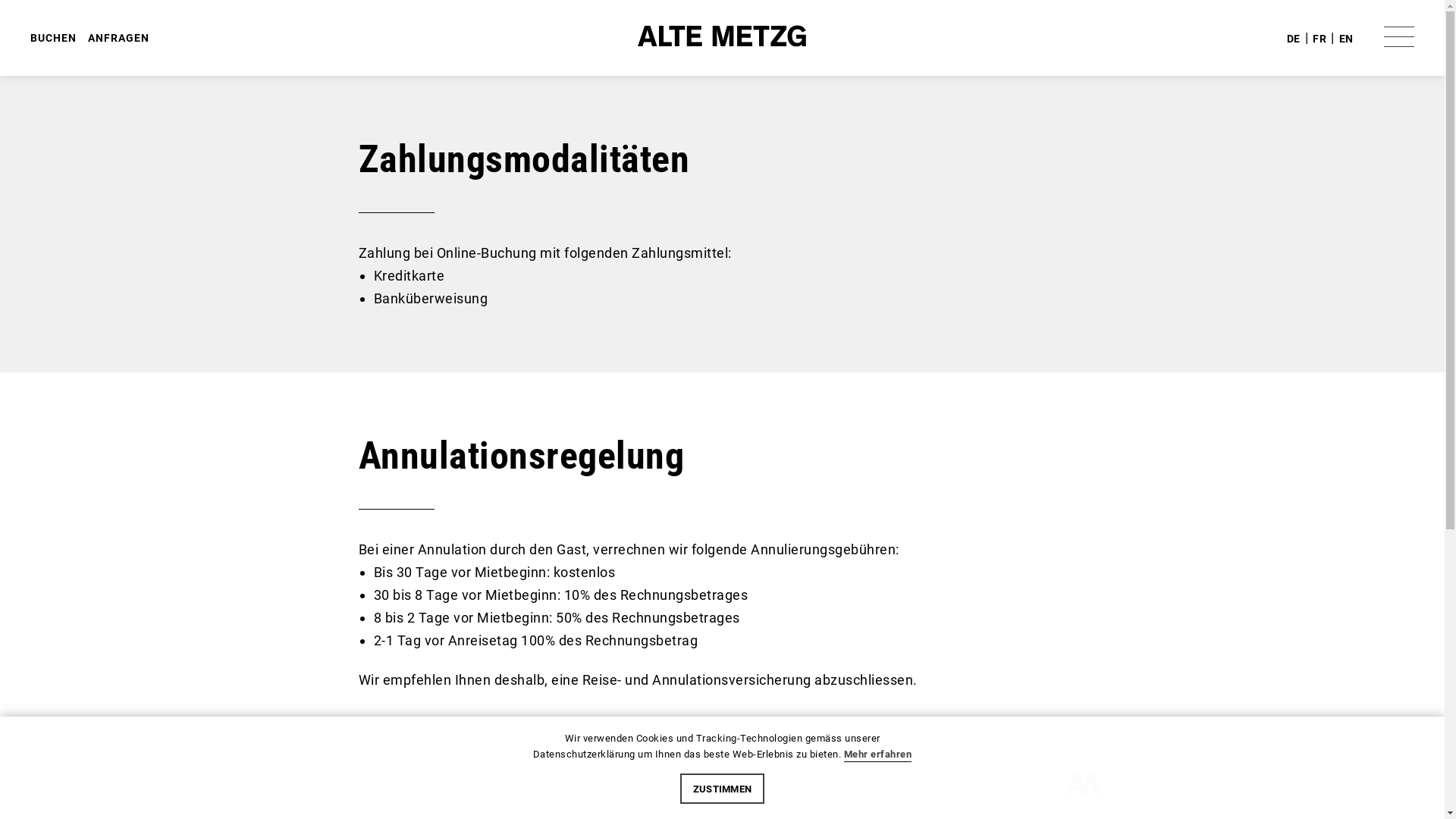 The width and height of the screenshot is (1456, 819). I want to click on 'FR', so click(1312, 37).